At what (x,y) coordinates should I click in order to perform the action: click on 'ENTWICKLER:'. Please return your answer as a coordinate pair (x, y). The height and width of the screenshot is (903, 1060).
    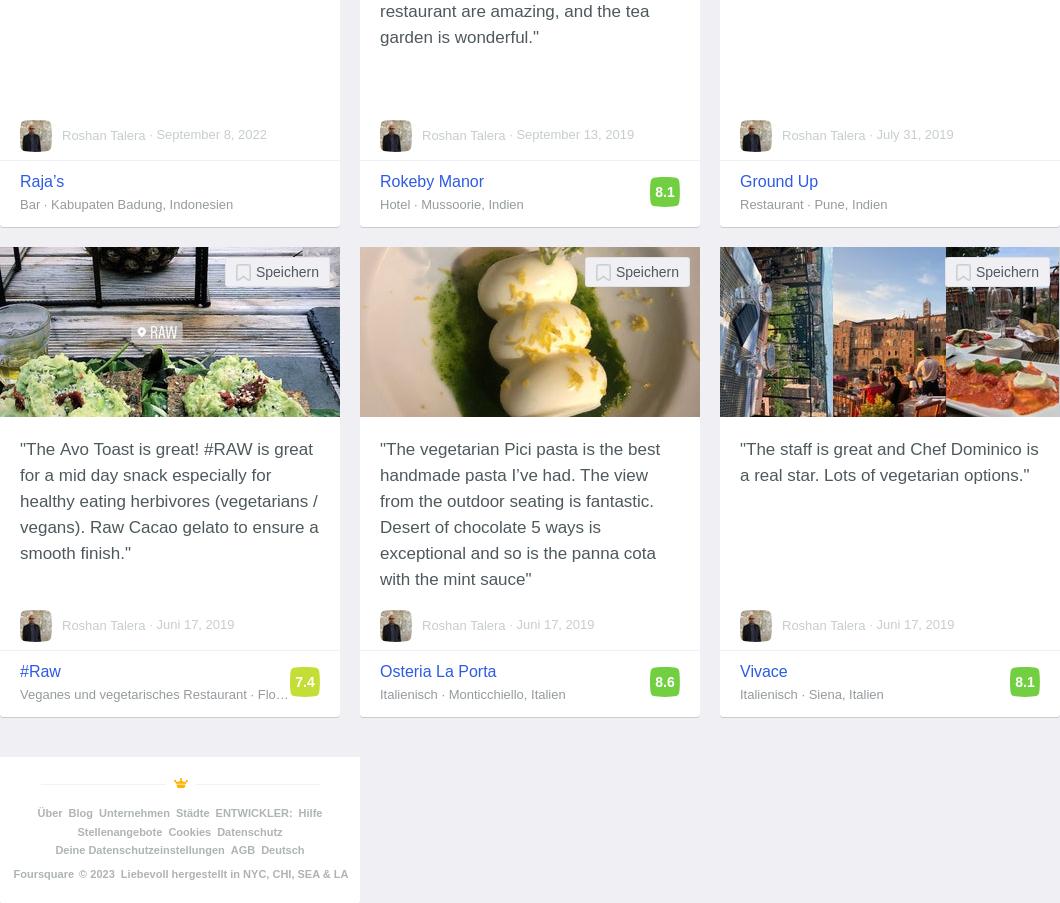
    Looking at the image, I should click on (252, 811).